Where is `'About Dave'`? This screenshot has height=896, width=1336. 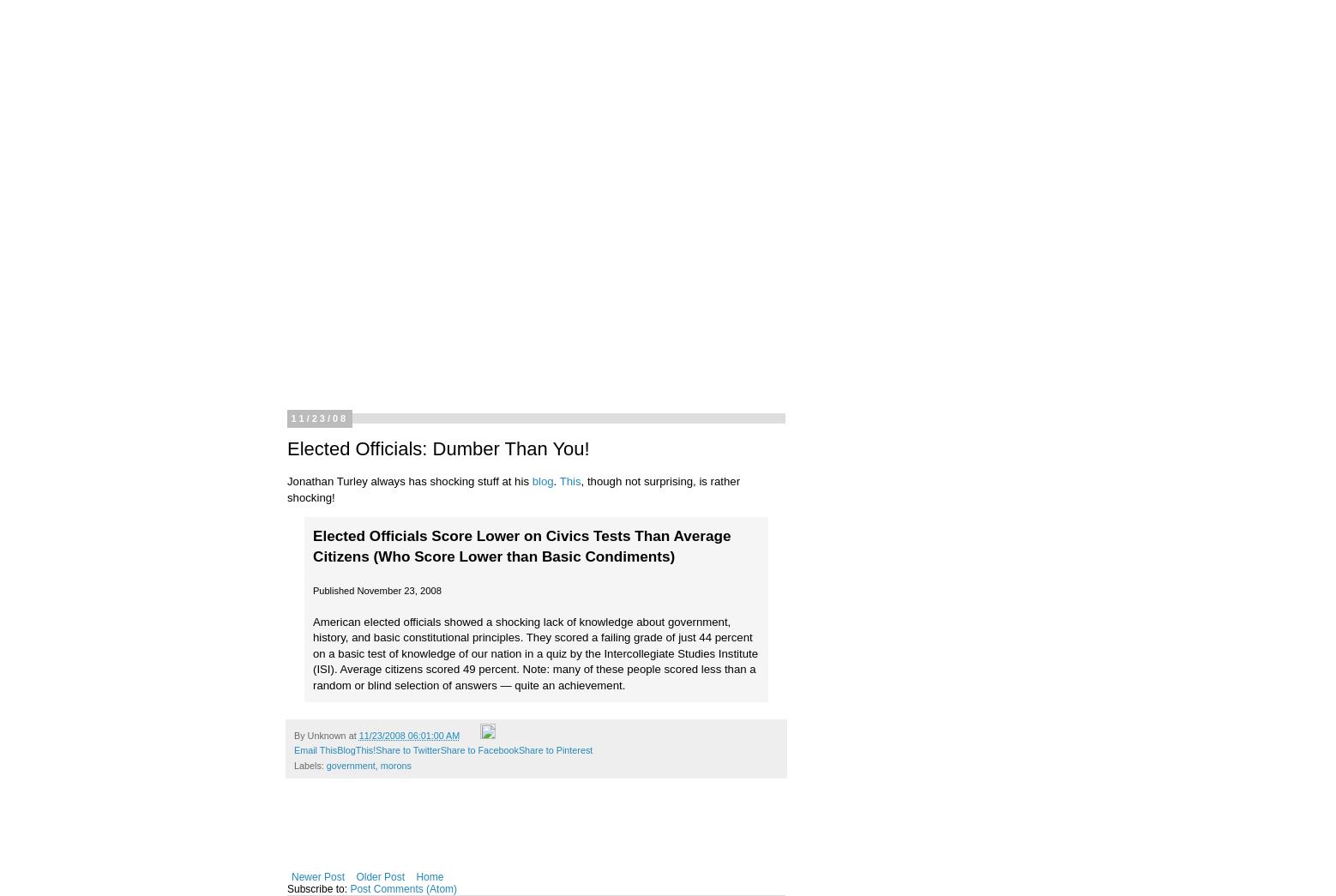 'About Dave' is located at coordinates (84, 237).